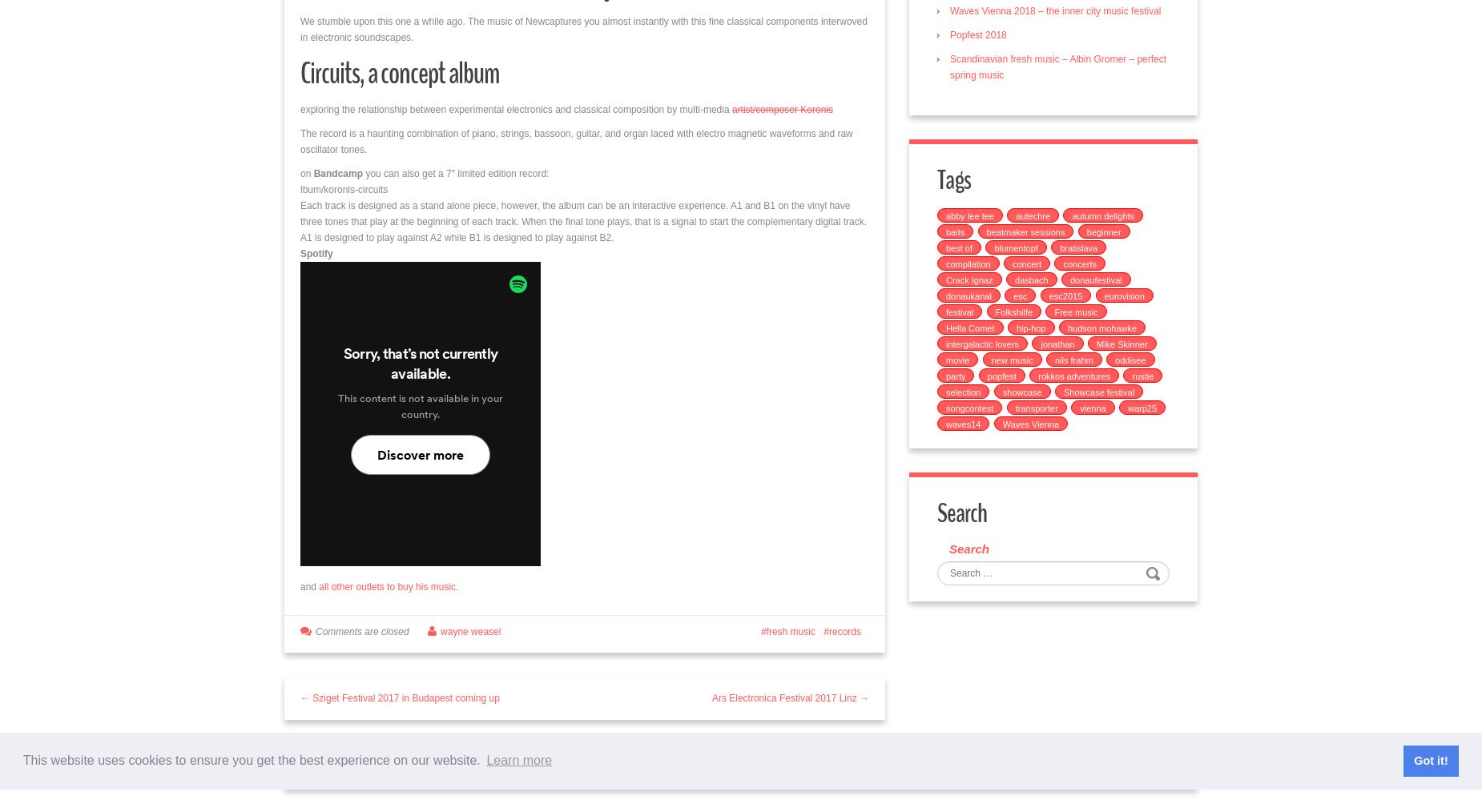  What do you see at coordinates (969, 327) in the screenshot?
I see `'Hella Comet'` at bounding box center [969, 327].